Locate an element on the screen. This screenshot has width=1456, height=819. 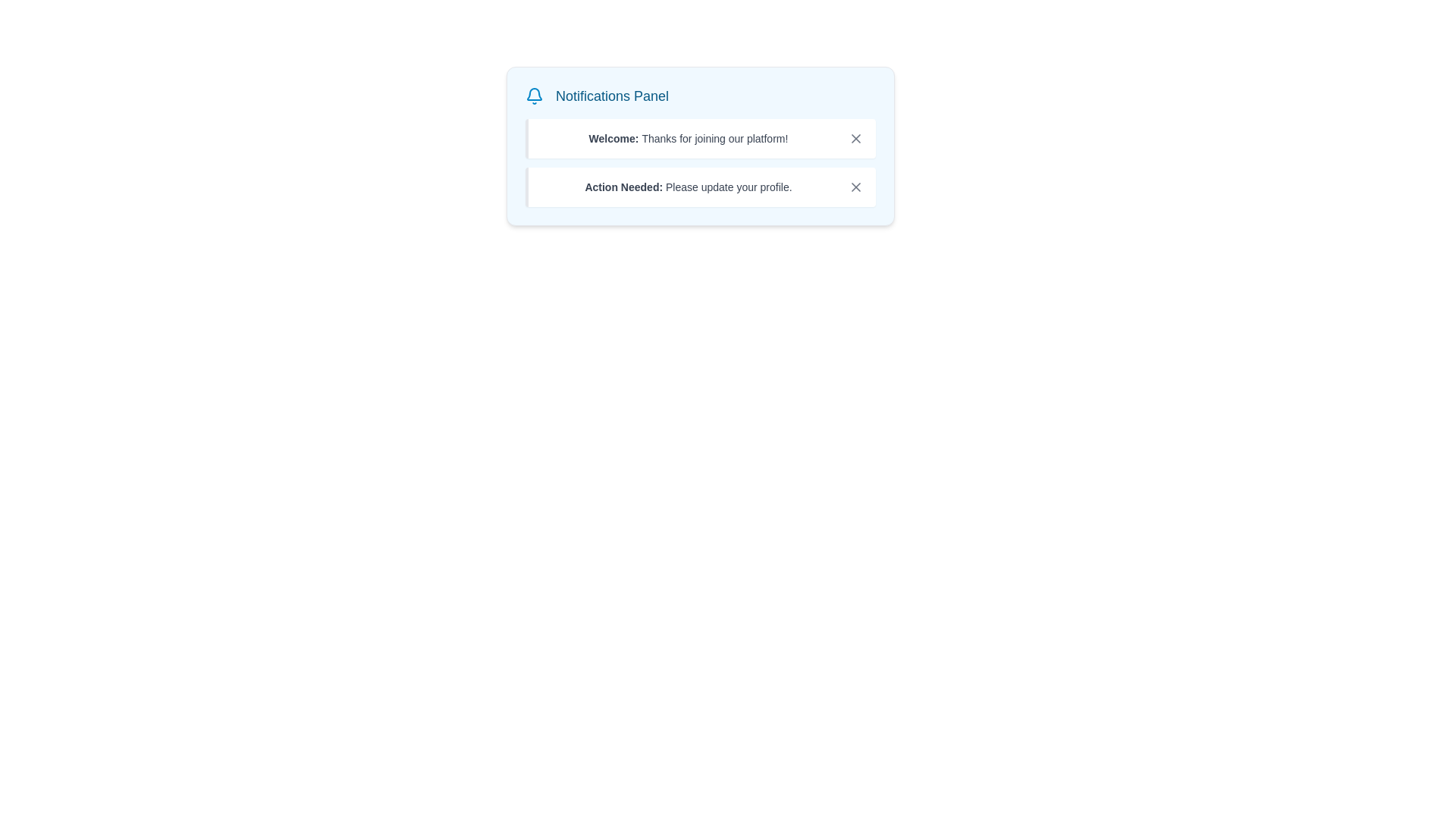
the informational message display that requests the user to update their profile, located below the welcome message in the second notification block is located at coordinates (687, 186).